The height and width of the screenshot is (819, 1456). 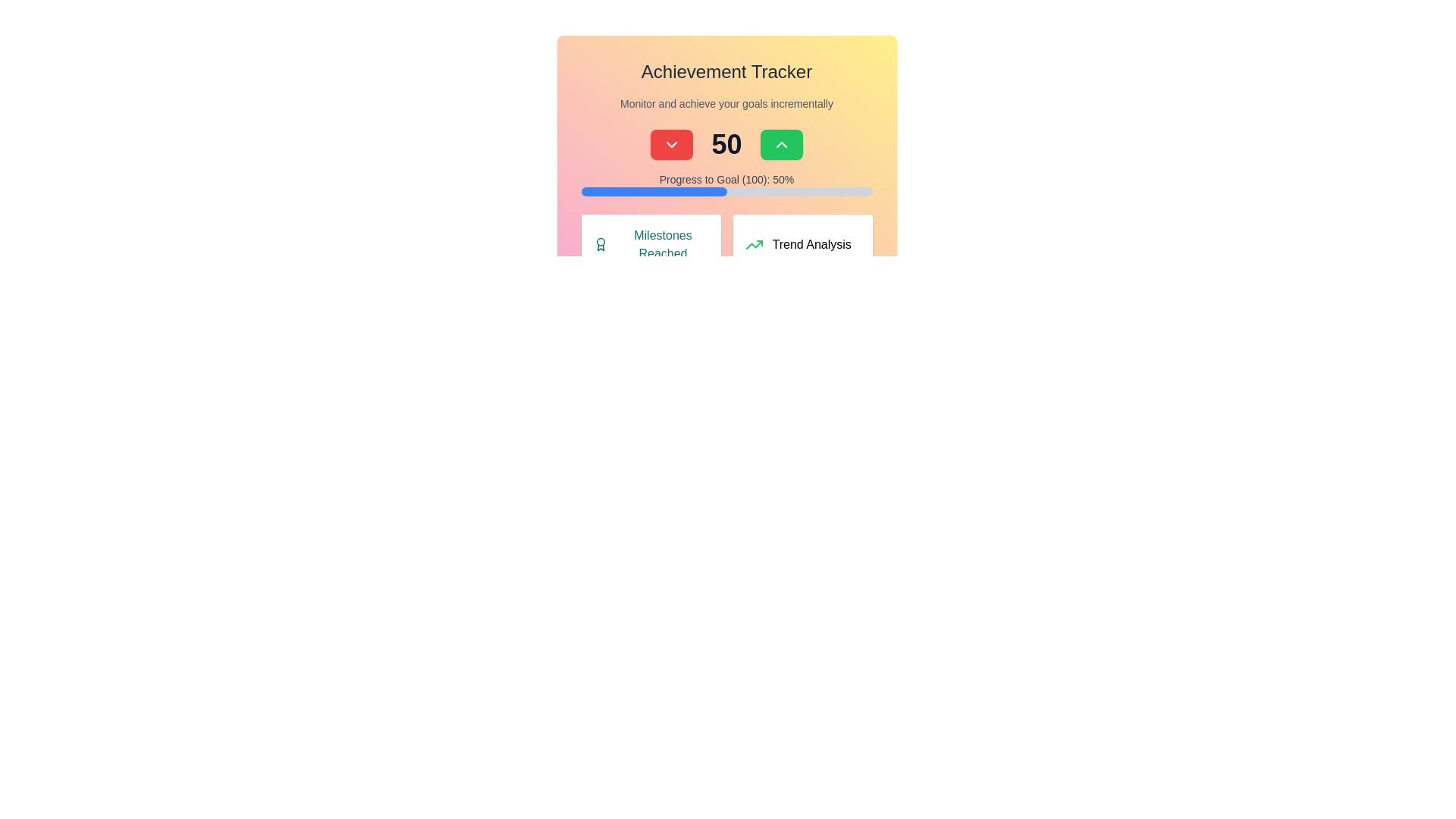 What do you see at coordinates (754, 244) in the screenshot?
I see `the 'Trend Analysis' icon, which is located on the right-hand side of the lower section of the interface, next to its associated text label` at bounding box center [754, 244].